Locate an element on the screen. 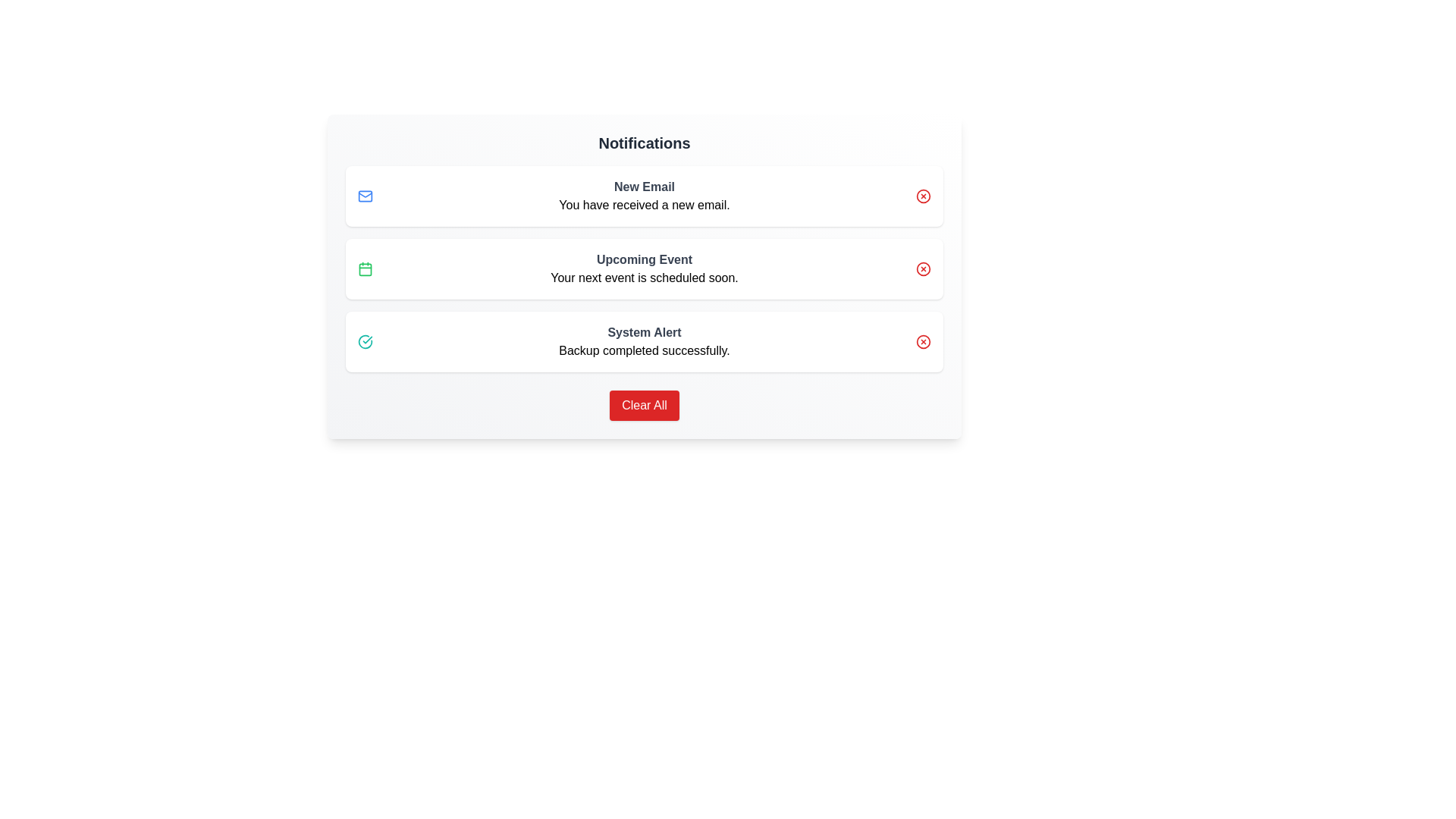  text label providing supplementary information about the upcoming event, located below the 'Upcoming Event' title in the second notification card is located at coordinates (644, 278).